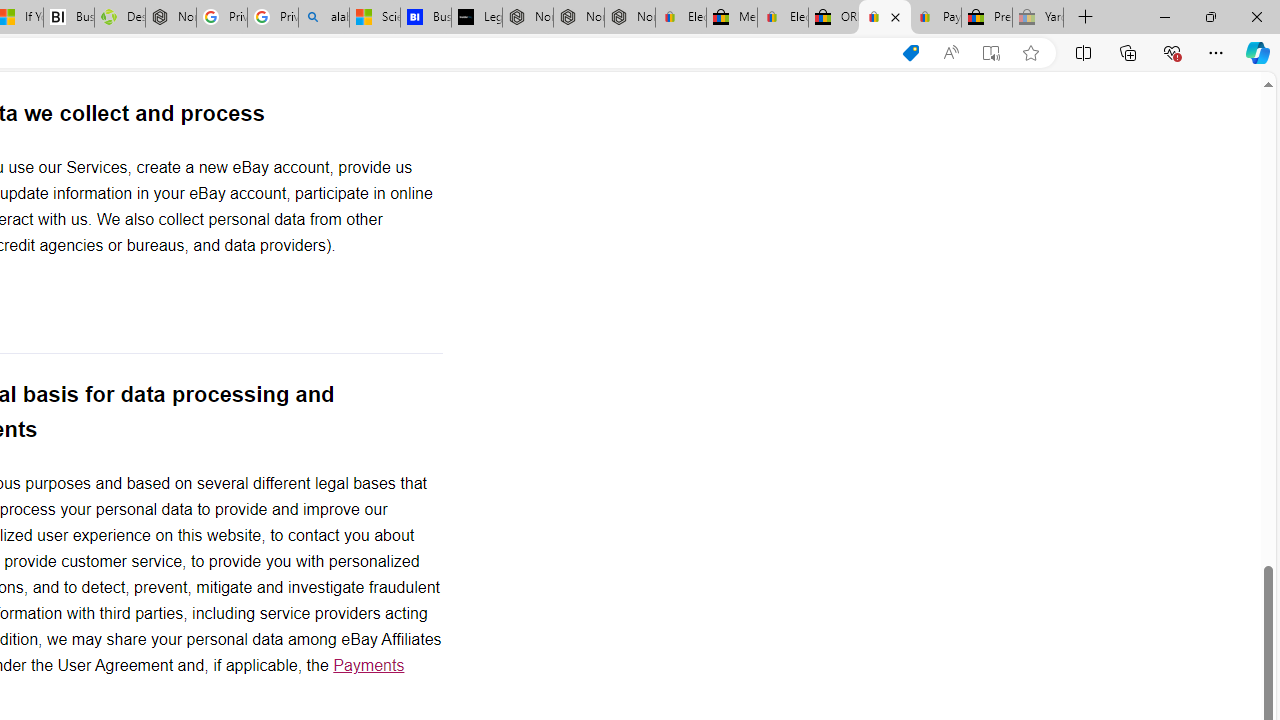  I want to click on 'Payments Terms of Use | eBay.com', so click(935, 17).